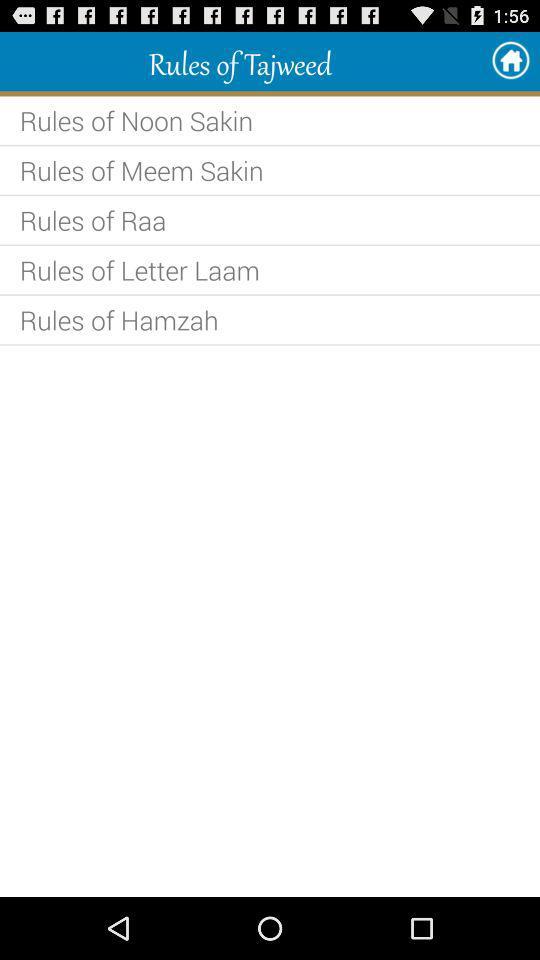  What do you see at coordinates (510, 61) in the screenshot?
I see `the item at the top right corner` at bounding box center [510, 61].